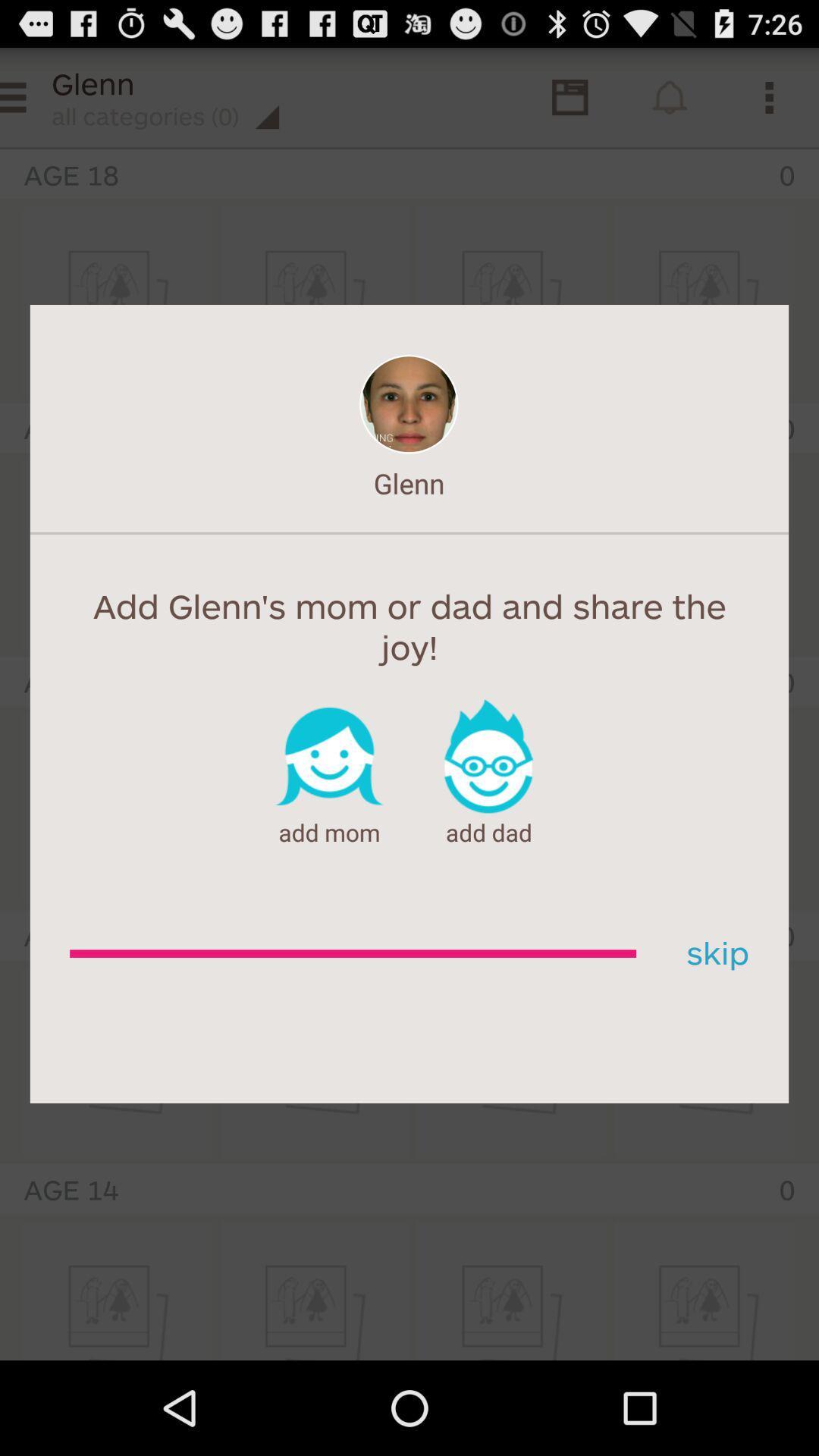 This screenshot has width=819, height=1456. Describe the element at coordinates (712, 953) in the screenshot. I see `skip app` at that location.